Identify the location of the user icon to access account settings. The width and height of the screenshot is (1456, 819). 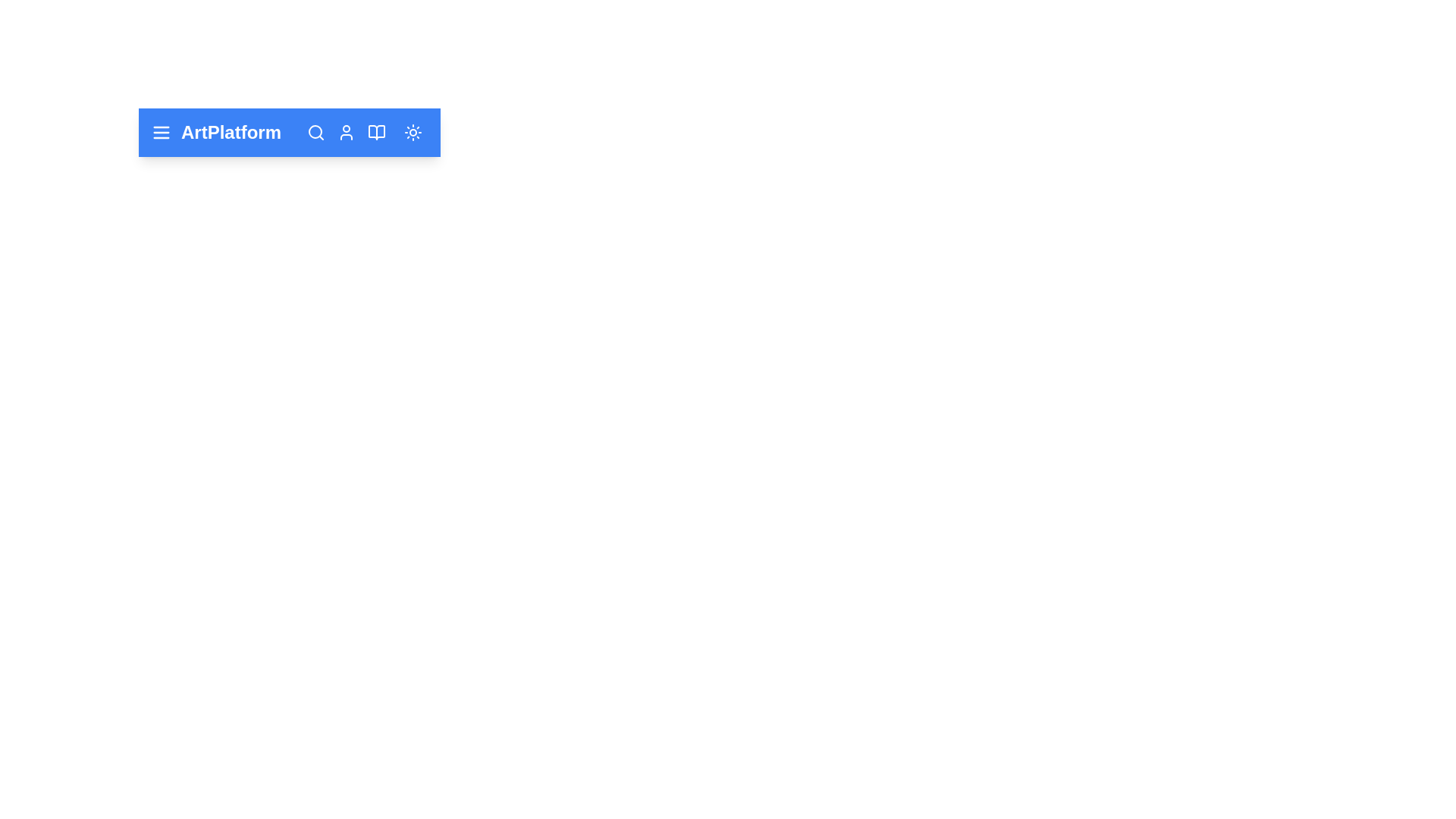
(345, 131).